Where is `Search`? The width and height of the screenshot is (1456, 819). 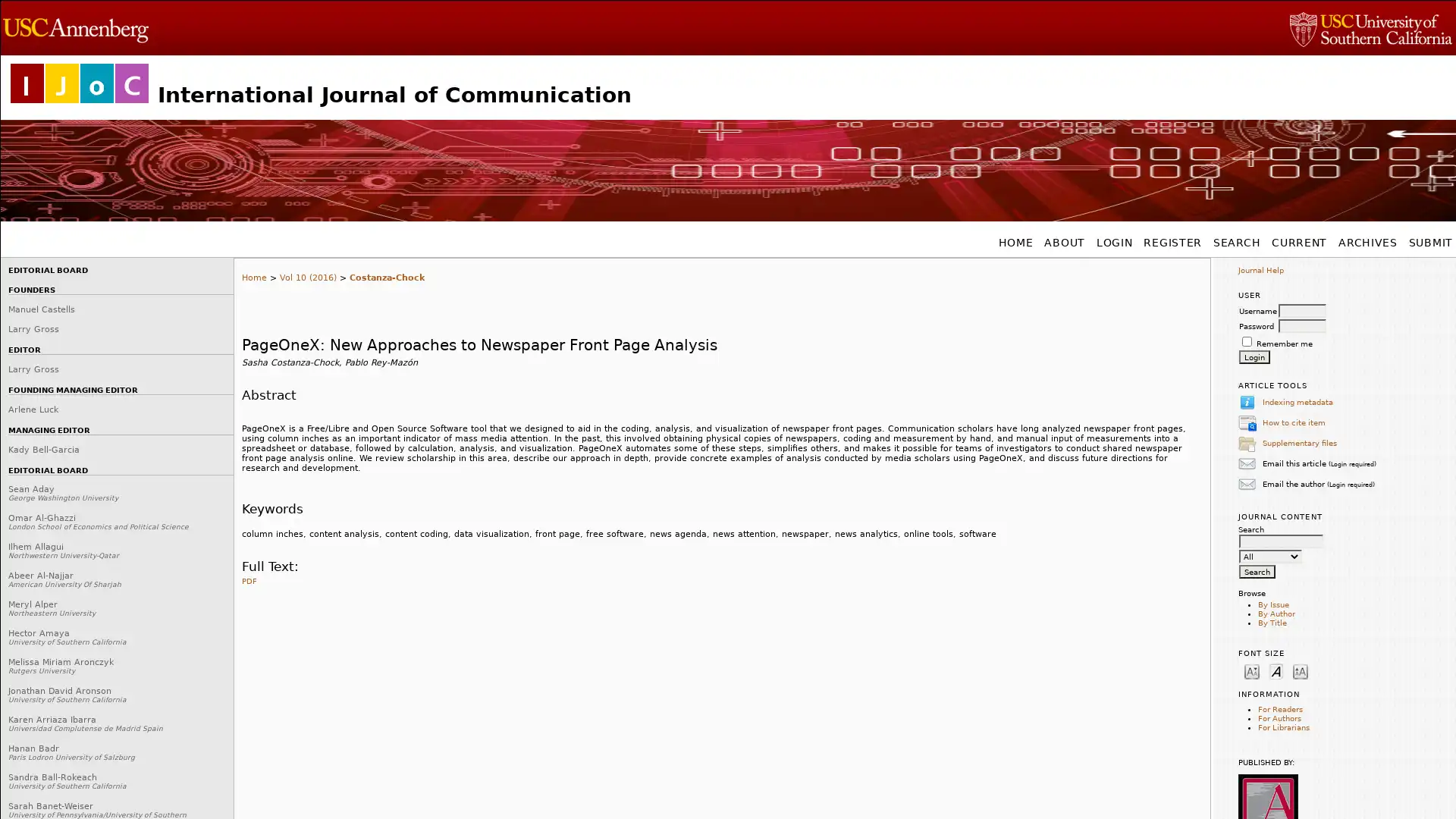 Search is located at coordinates (1257, 571).